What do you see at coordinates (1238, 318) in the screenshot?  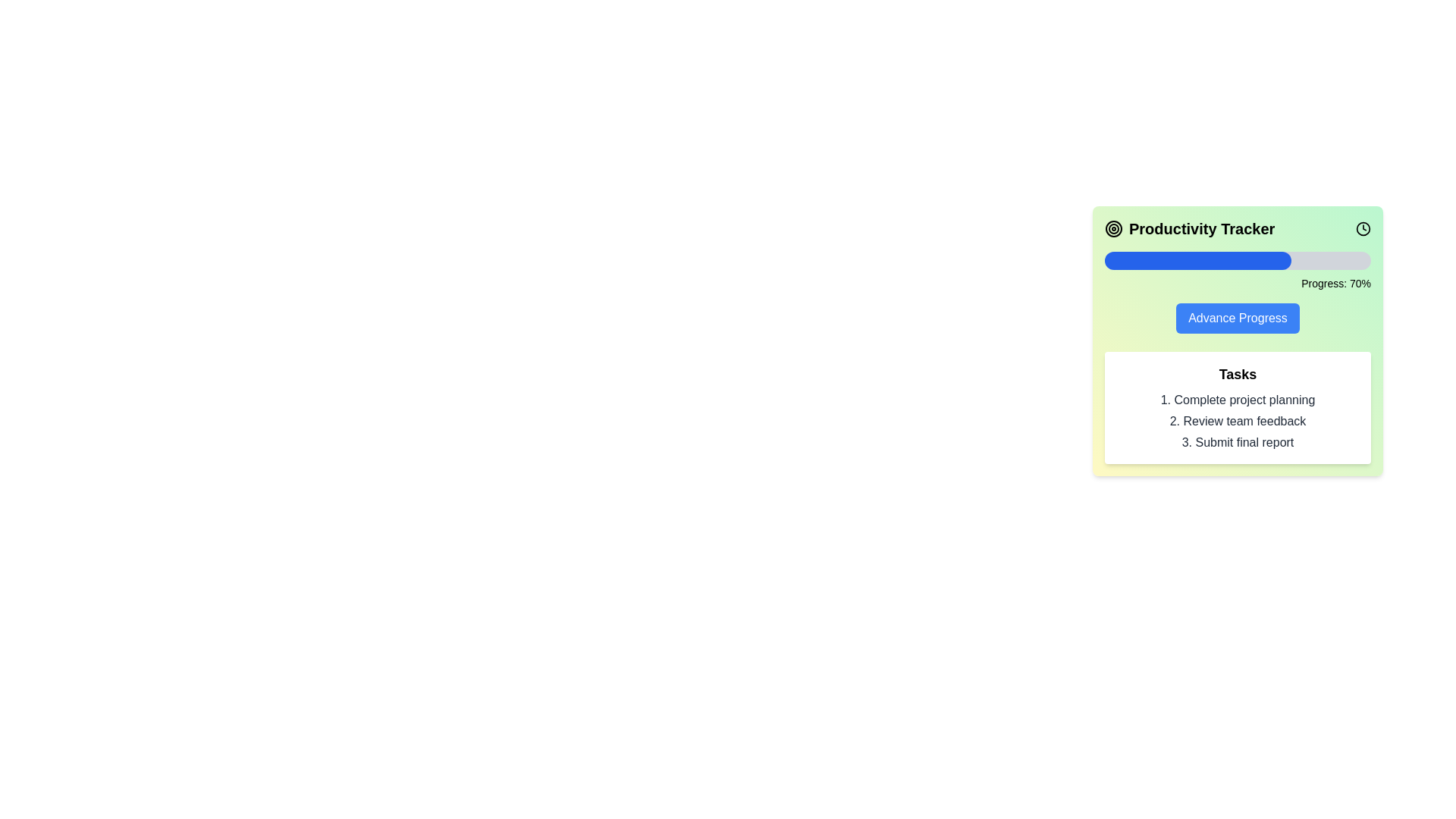 I see `the button located in the 'Productivity Tracker' card panel, positioned below the progress bar showing 'Progress: 70%'` at bounding box center [1238, 318].